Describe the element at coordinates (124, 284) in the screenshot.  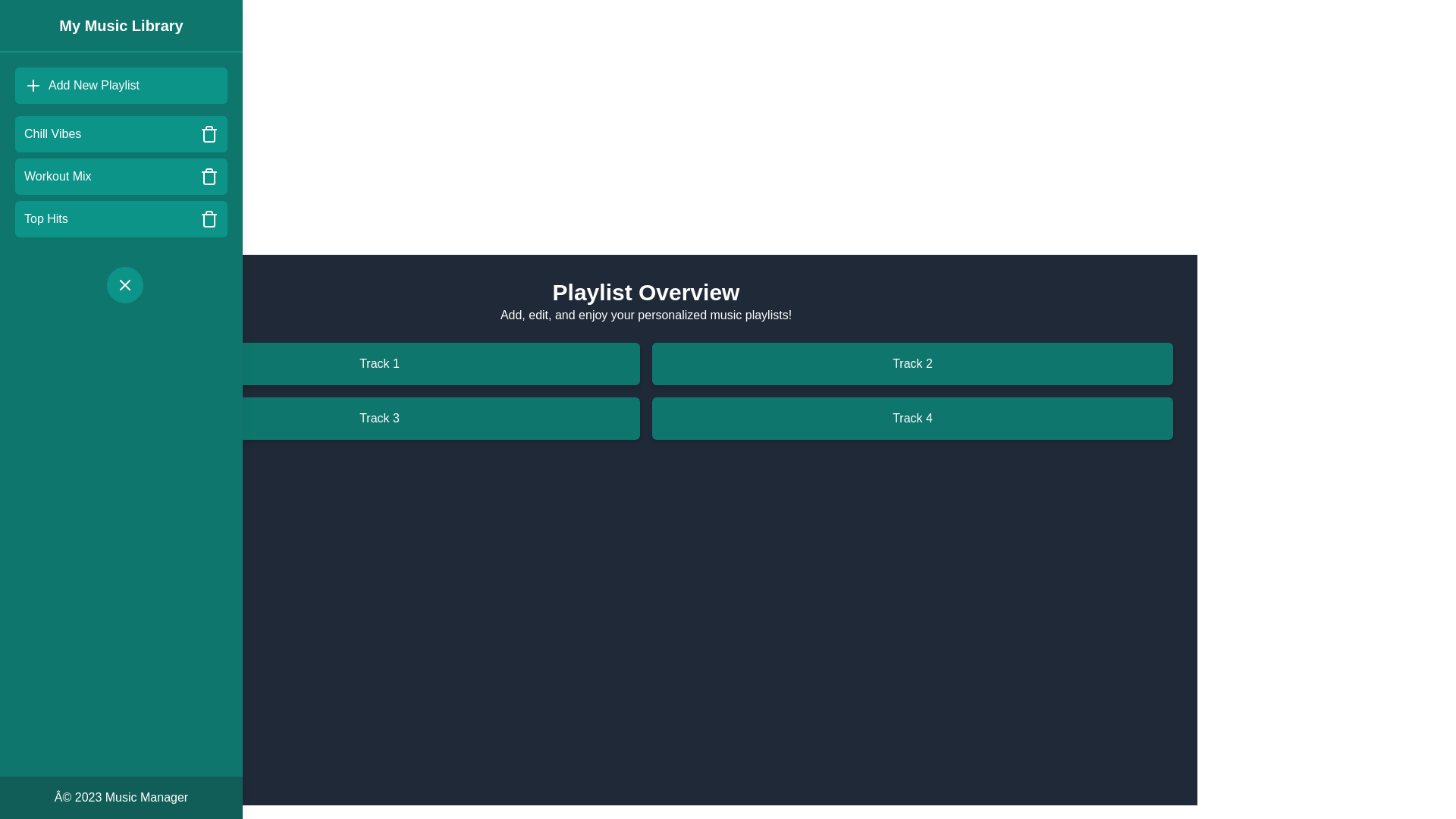
I see `the close or delete icon button located on the left side panel, centered within a circular teal button` at that location.